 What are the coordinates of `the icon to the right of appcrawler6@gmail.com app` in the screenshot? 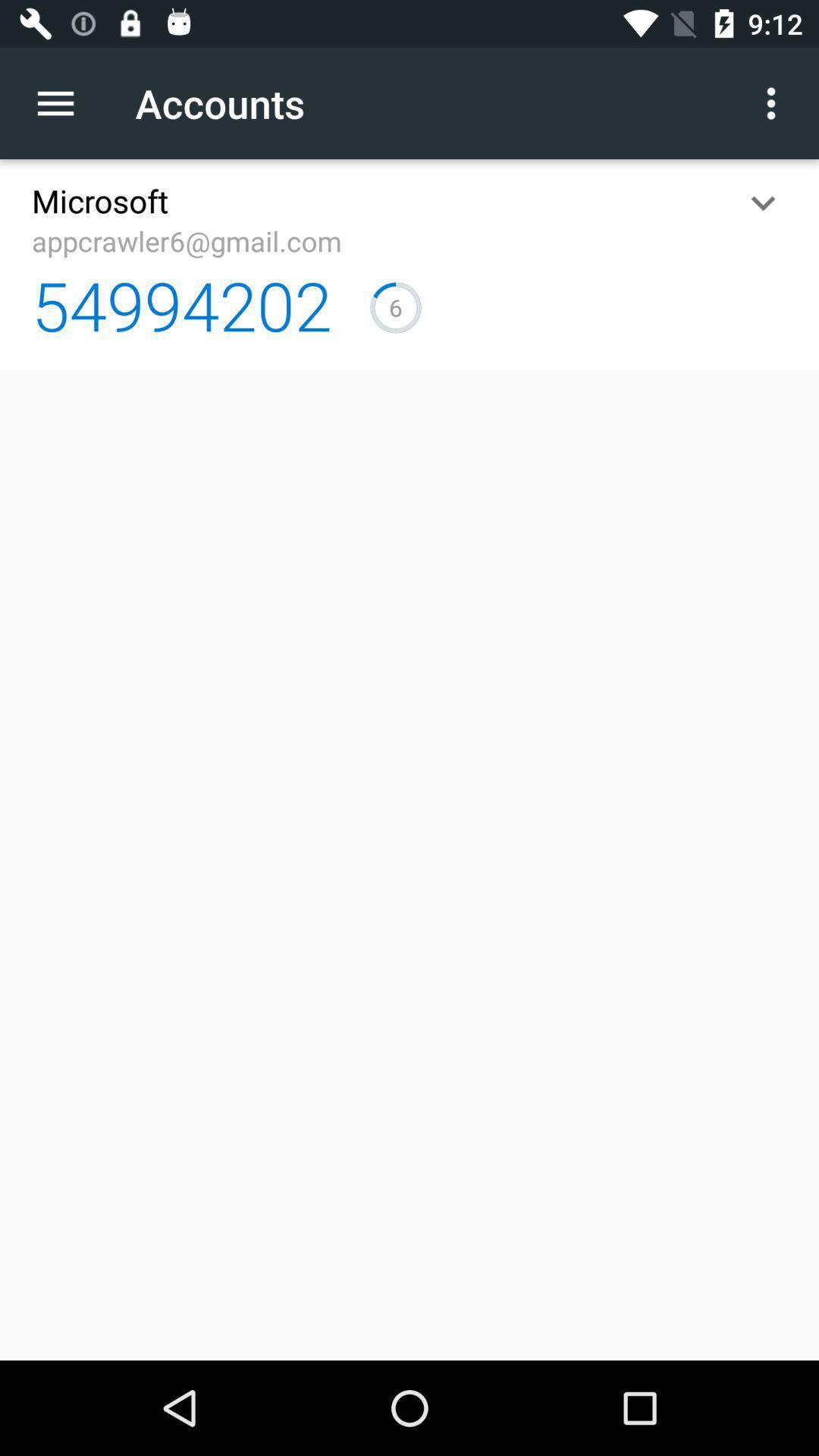 It's located at (763, 202).